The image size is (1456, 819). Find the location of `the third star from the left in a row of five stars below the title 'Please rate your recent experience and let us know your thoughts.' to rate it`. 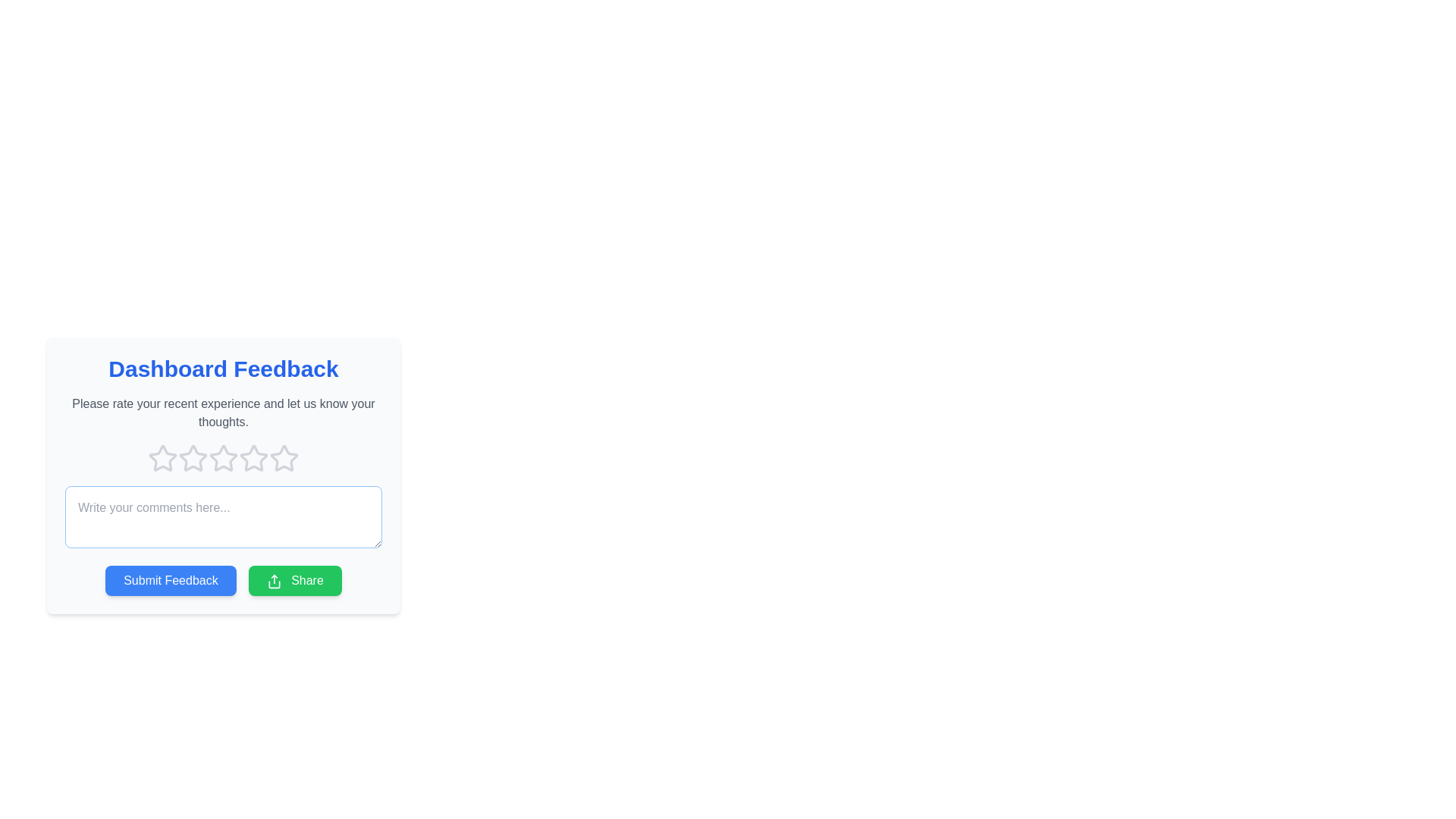

the third star from the left in a row of five stars below the title 'Please rate your recent experience and let us know your thoughts.' to rate it is located at coordinates (222, 458).